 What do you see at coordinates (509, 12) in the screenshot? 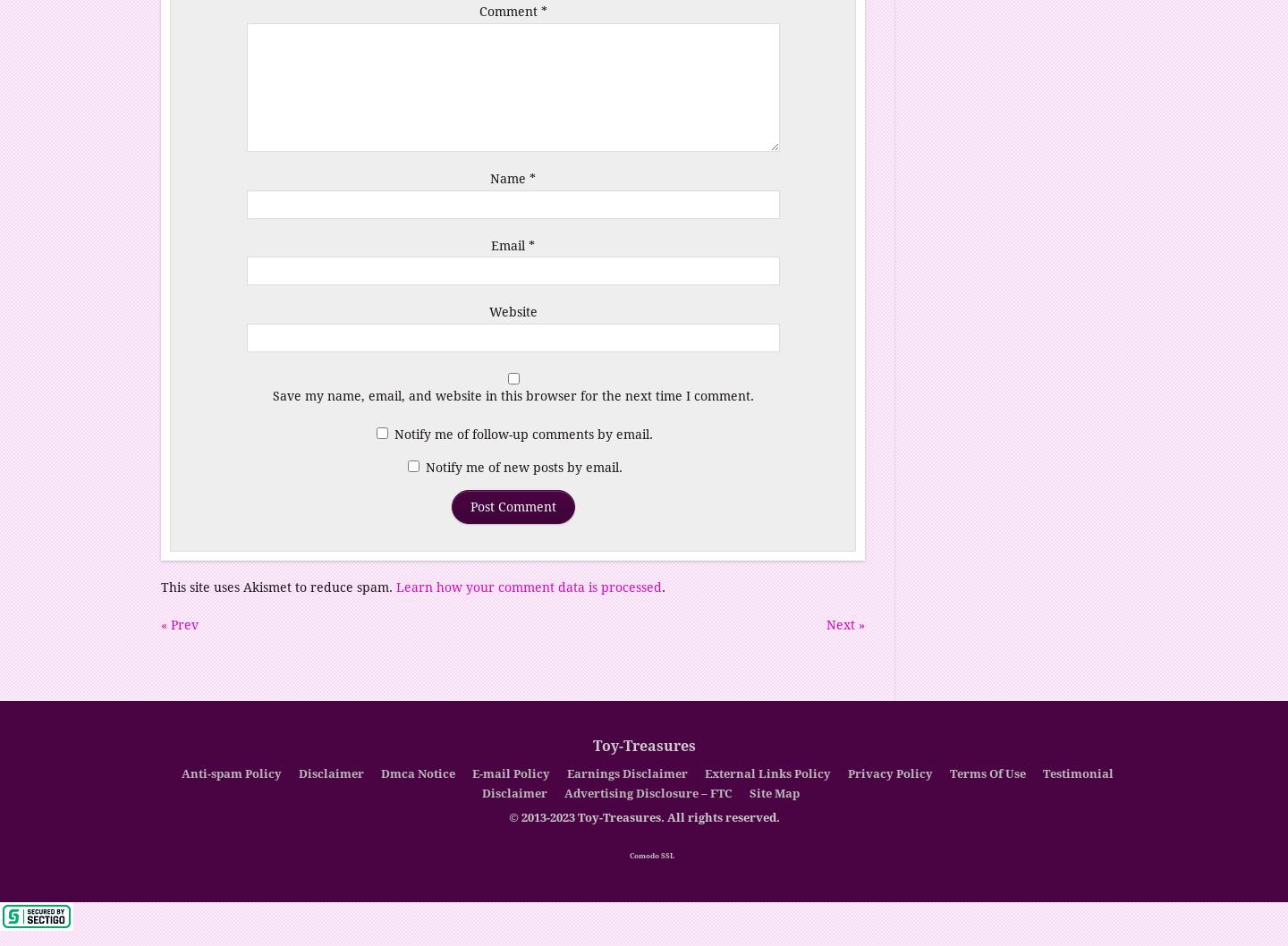
I see `'Comment'` at bounding box center [509, 12].